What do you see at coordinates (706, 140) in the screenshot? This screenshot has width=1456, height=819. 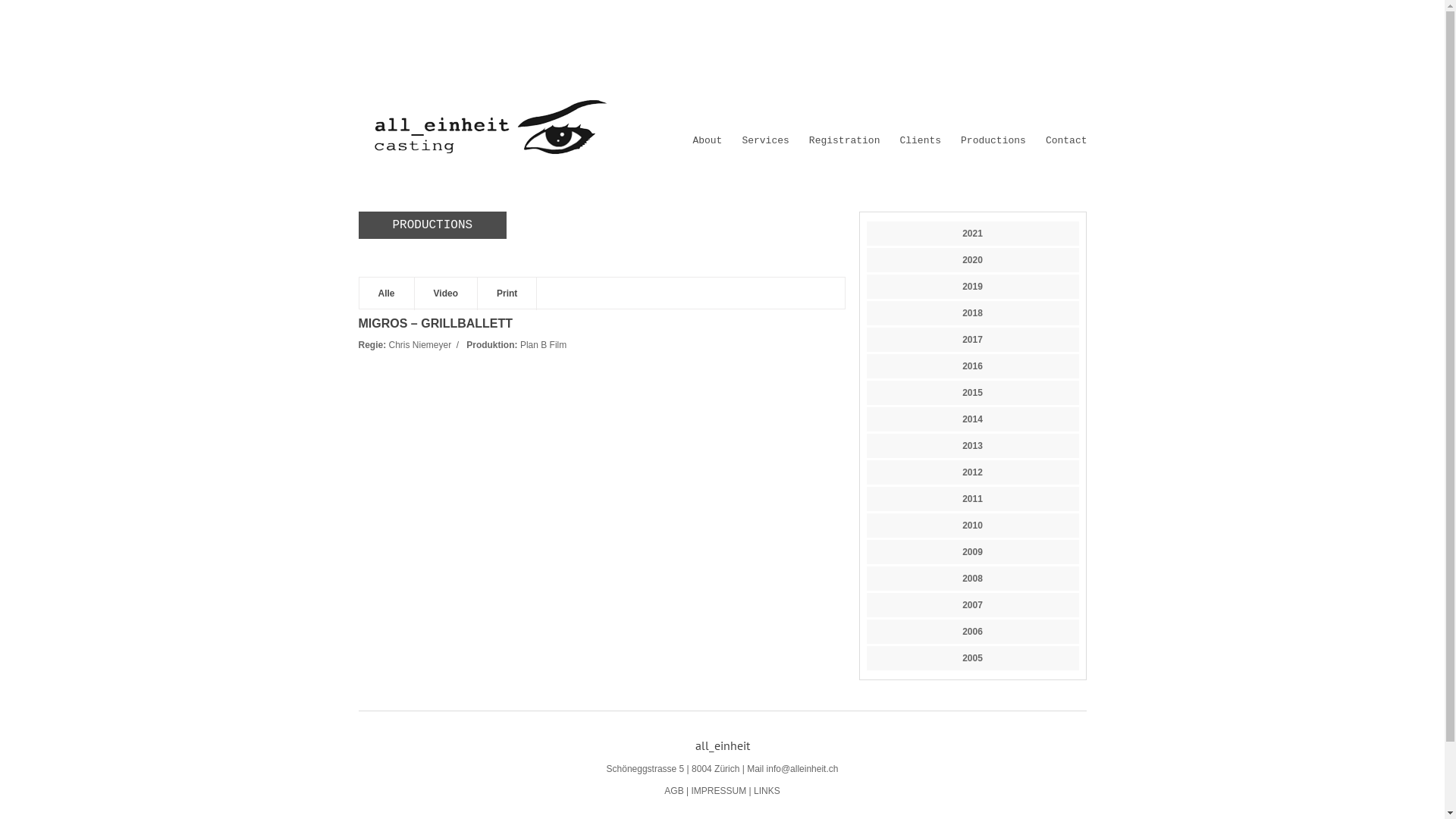 I see `'About'` at bounding box center [706, 140].